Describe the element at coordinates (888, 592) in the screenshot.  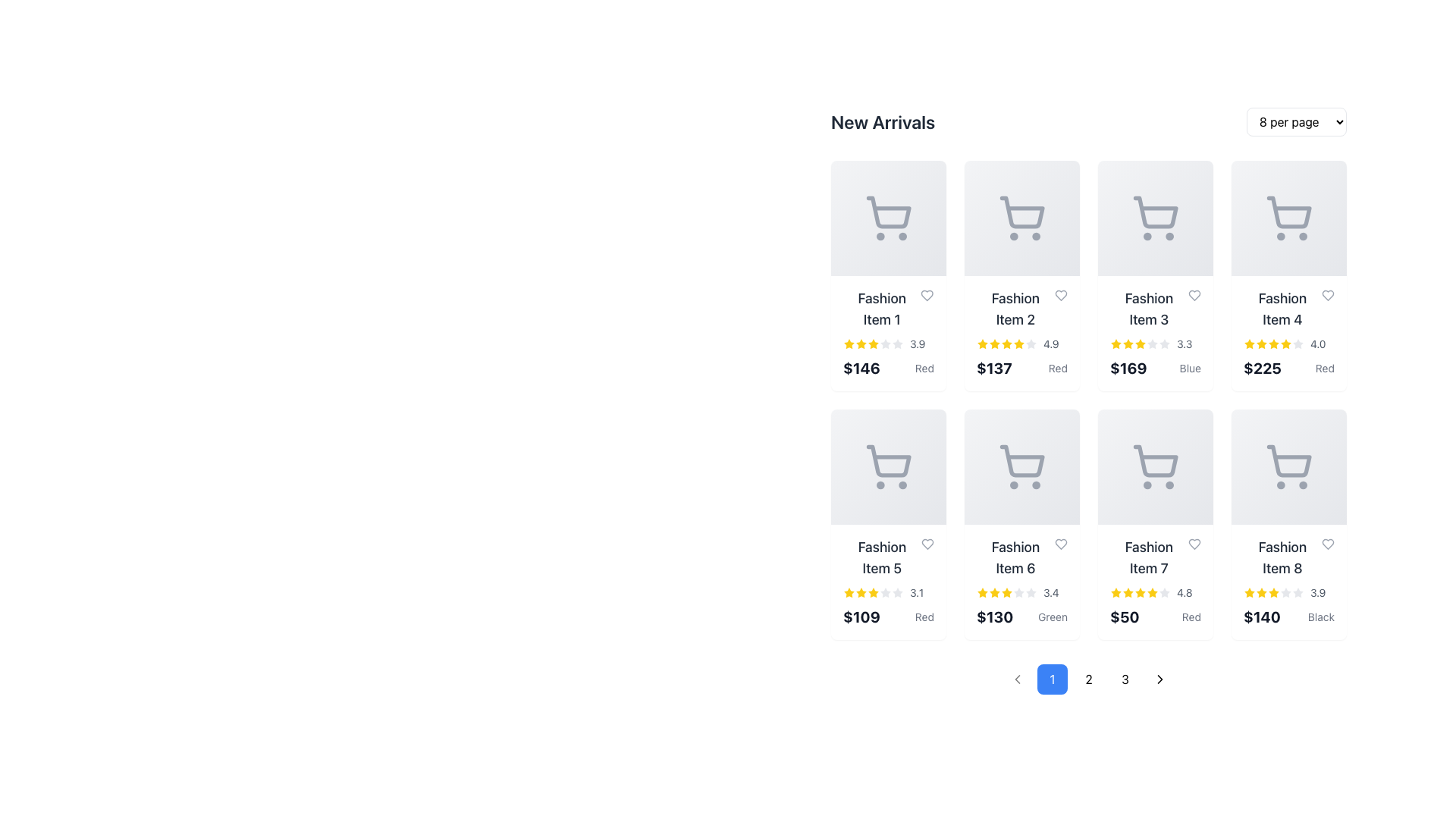
I see `the Rating component displaying stars and the textual rating value for 'Fashion Item 5'` at that location.